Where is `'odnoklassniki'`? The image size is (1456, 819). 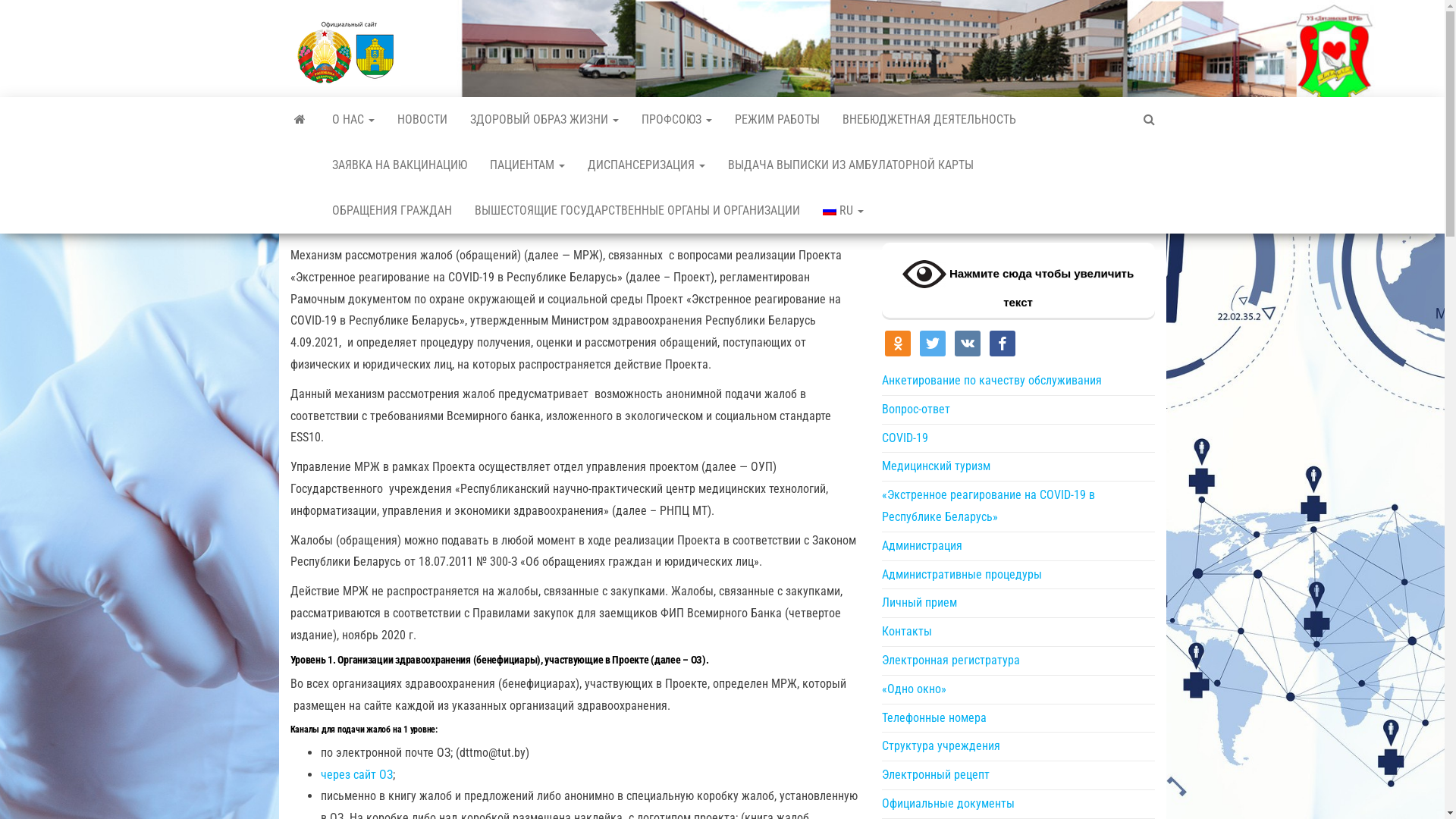 'odnoklassniki' is located at coordinates (896, 342).